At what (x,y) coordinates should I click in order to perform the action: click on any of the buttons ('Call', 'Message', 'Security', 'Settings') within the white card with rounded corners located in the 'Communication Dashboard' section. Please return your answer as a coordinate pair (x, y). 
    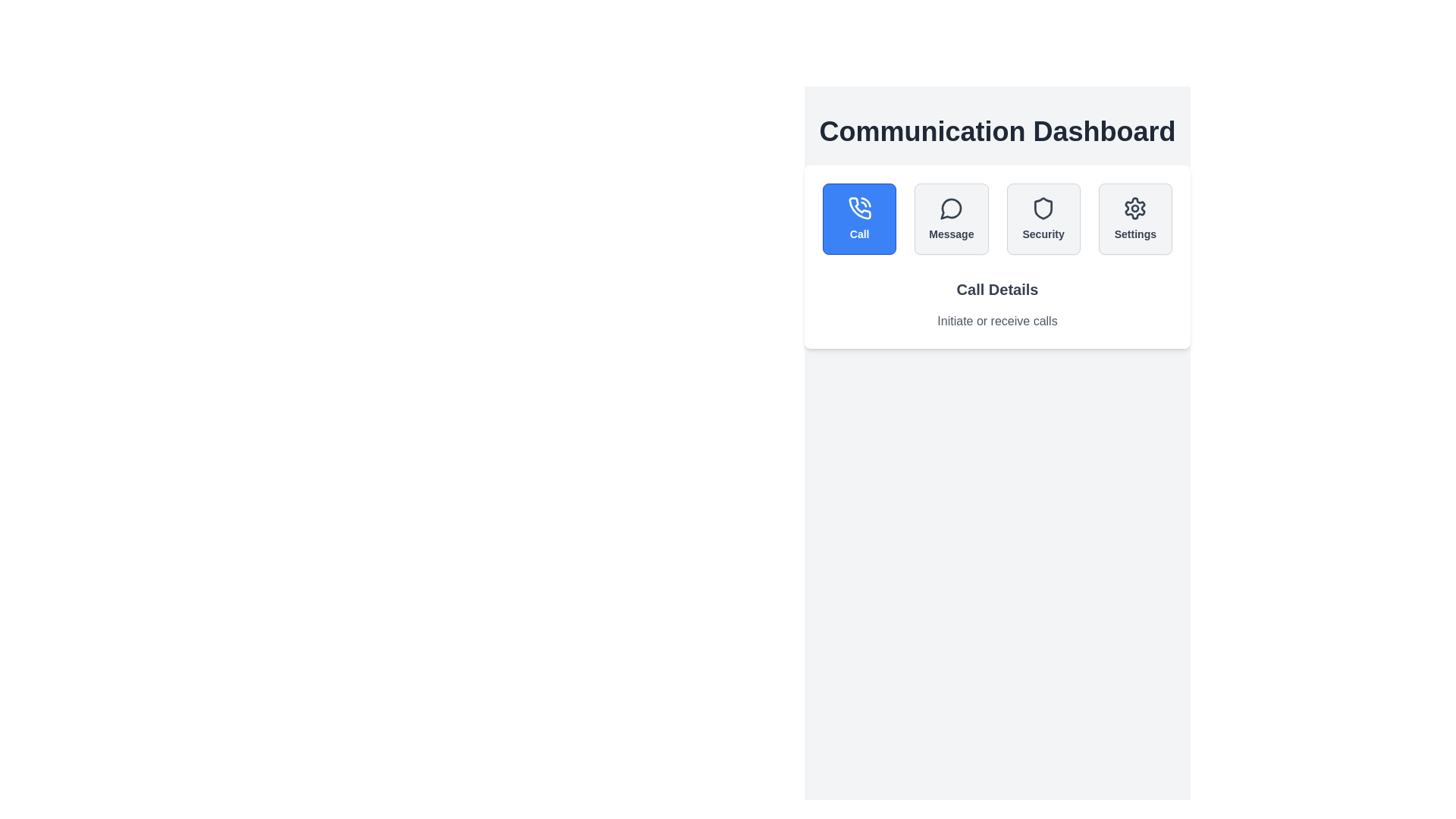
    Looking at the image, I should click on (997, 256).